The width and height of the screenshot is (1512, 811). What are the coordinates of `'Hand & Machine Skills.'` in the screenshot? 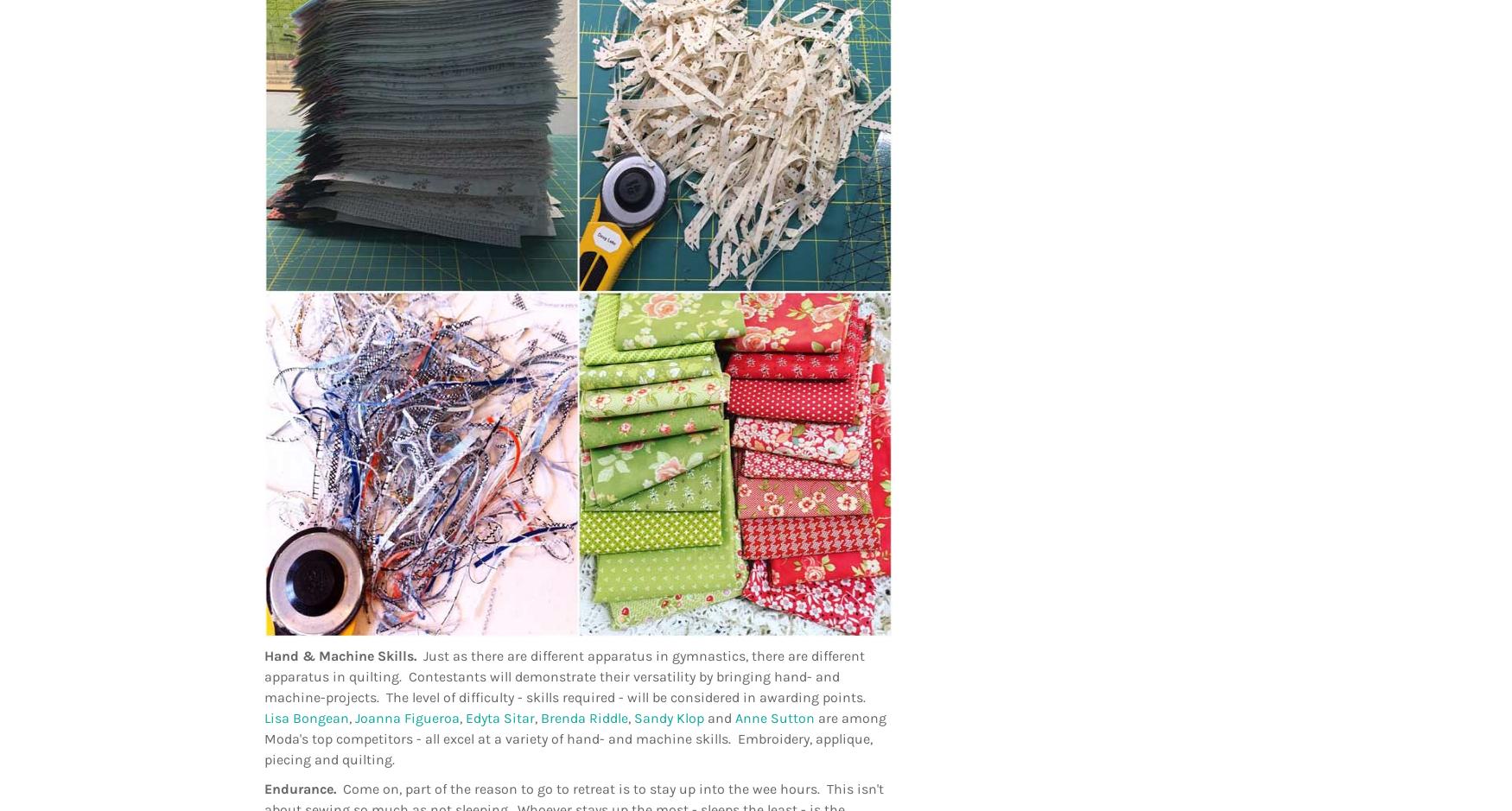 It's located at (342, 655).